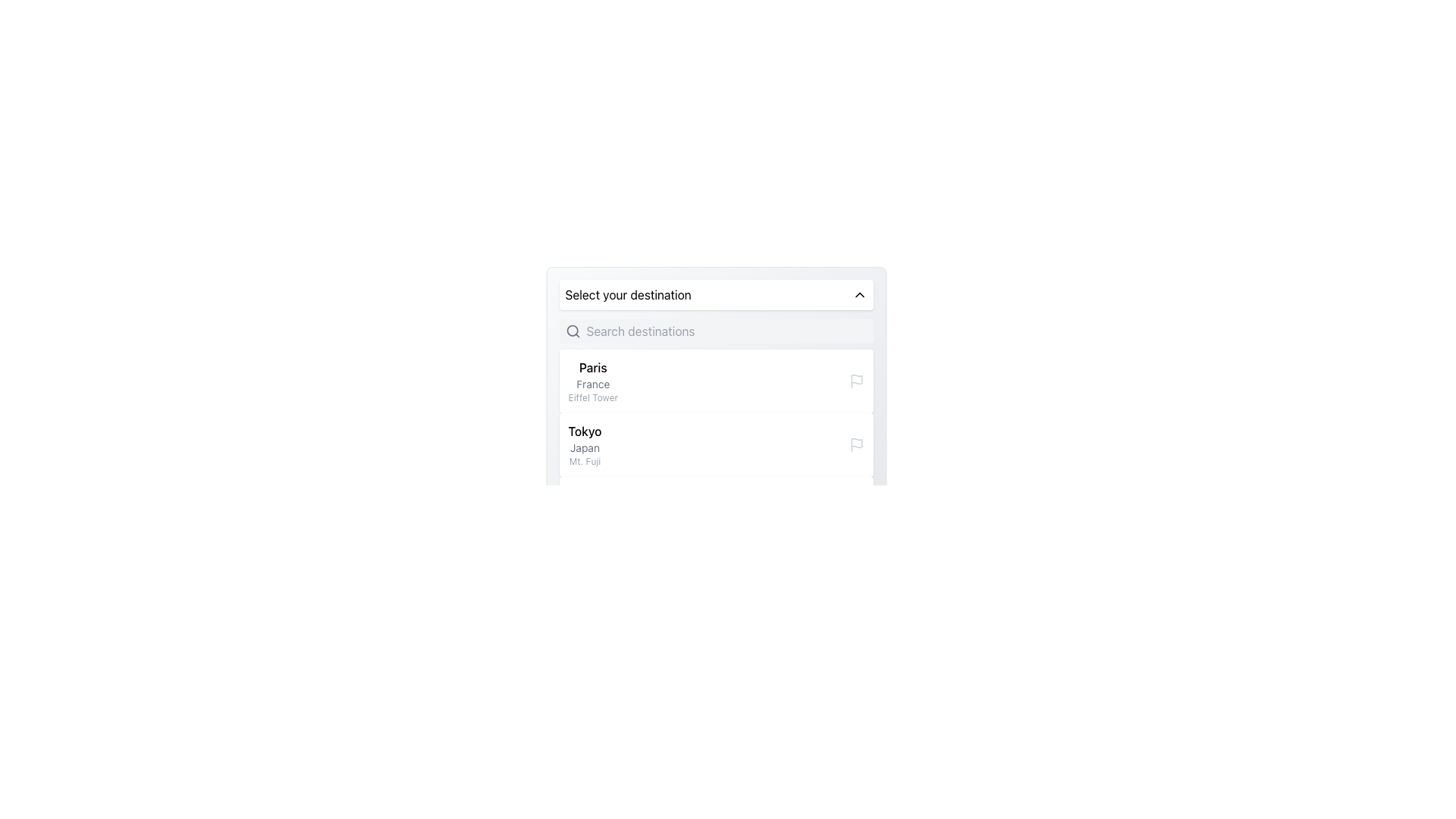 Image resolution: width=1456 pixels, height=819 pixels. I want to click on the 'Select your destination' dropdown button, which is a rectangular tab with rounded borders and a dropdown indicator on the right, so click(715, 295).